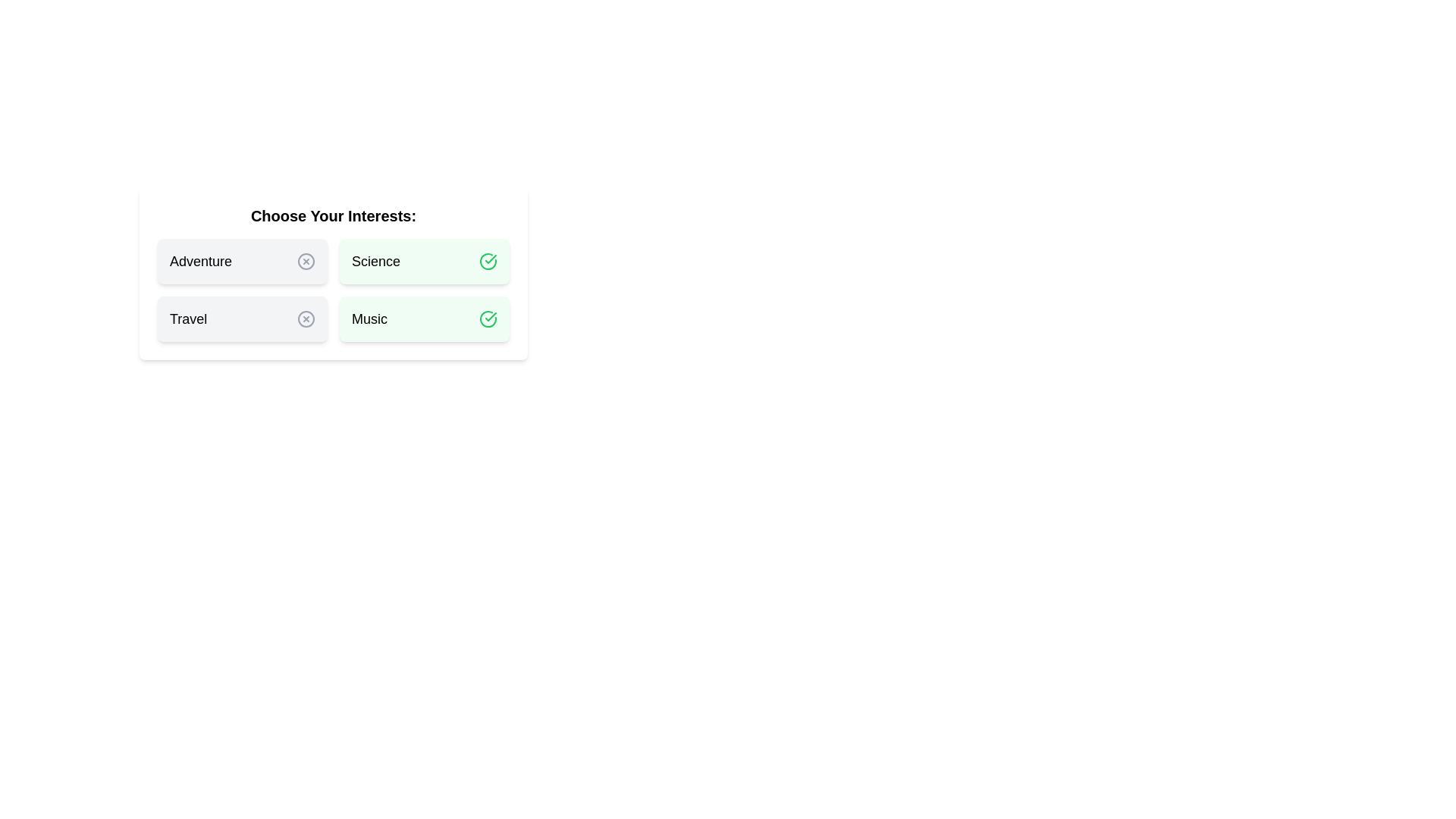 The image size is (1456, 819). I want to click on the chip labeled Science, so click(425, 260).